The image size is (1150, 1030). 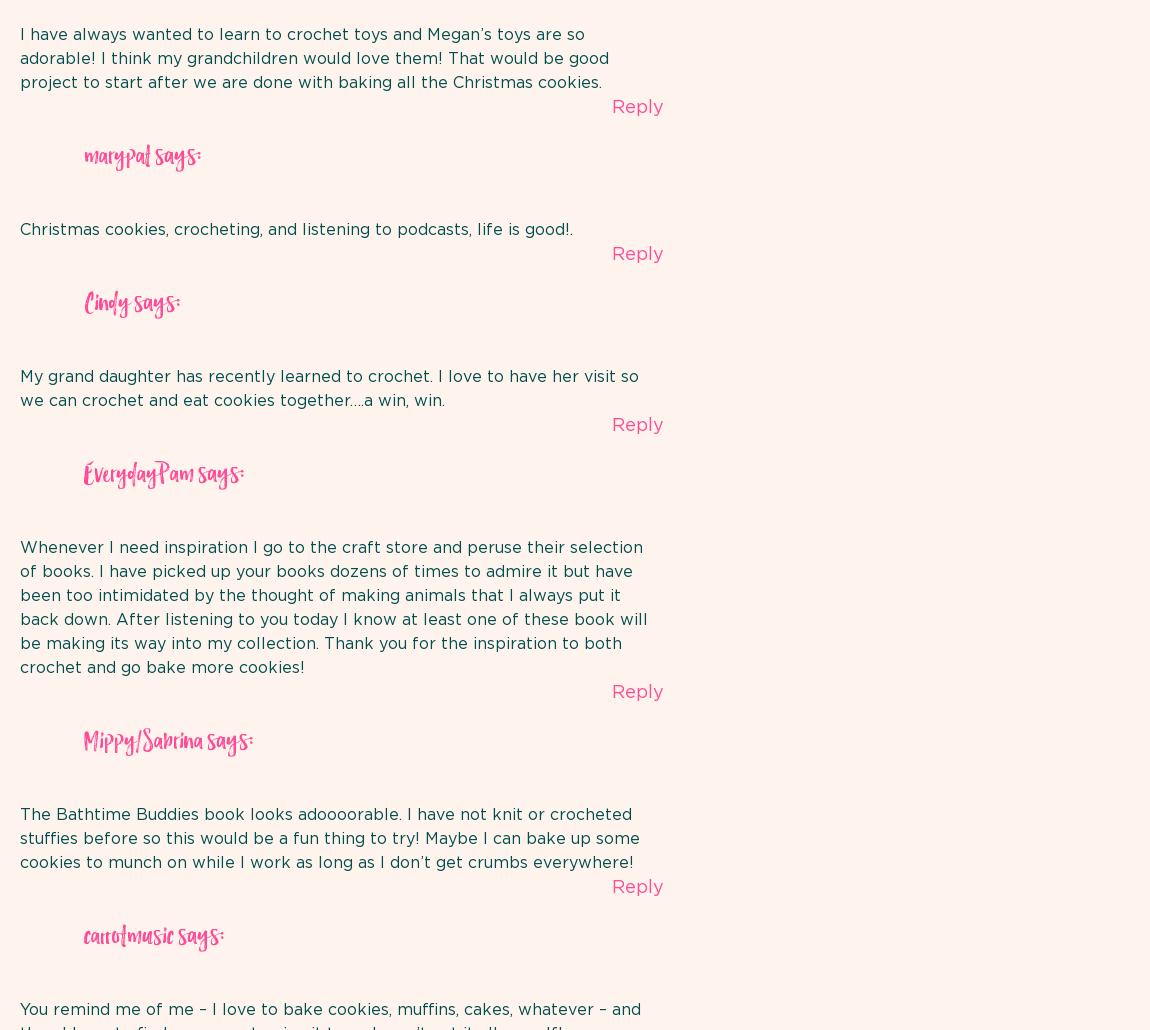 What do you see at coordinates (329, 388) in the screenshot?
I see `'My grand daughter has recently learned to crochet.  I love to have her visit so we can crochet and eat cookies together….a win, win.'` at bounding box center [329, 388].